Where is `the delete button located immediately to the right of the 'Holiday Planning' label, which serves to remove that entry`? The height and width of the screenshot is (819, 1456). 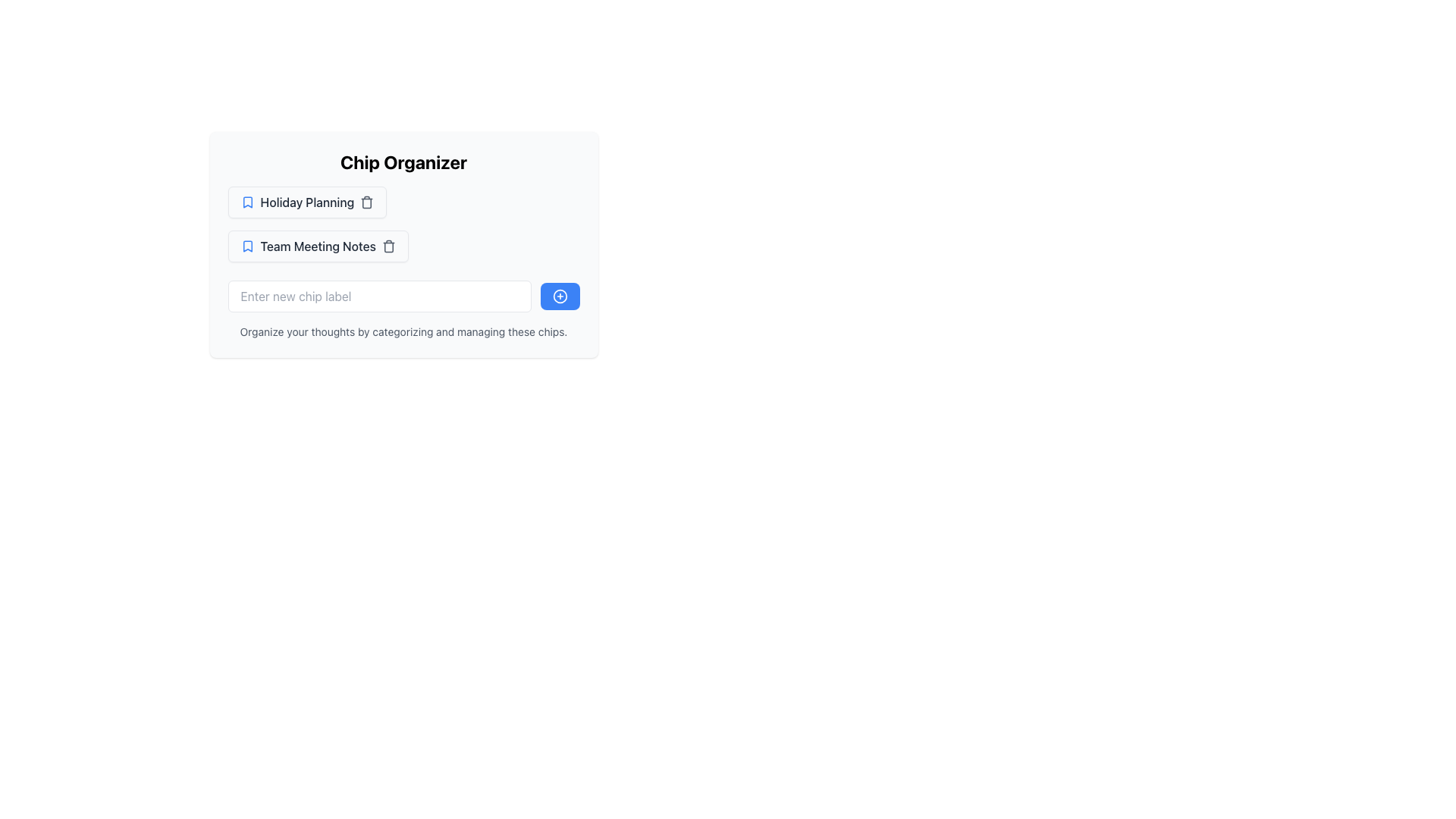 the delete button located immediately to the right of the 'Holiday Planning' label, which serves to remove that entry is located at coordinates (367, 201).